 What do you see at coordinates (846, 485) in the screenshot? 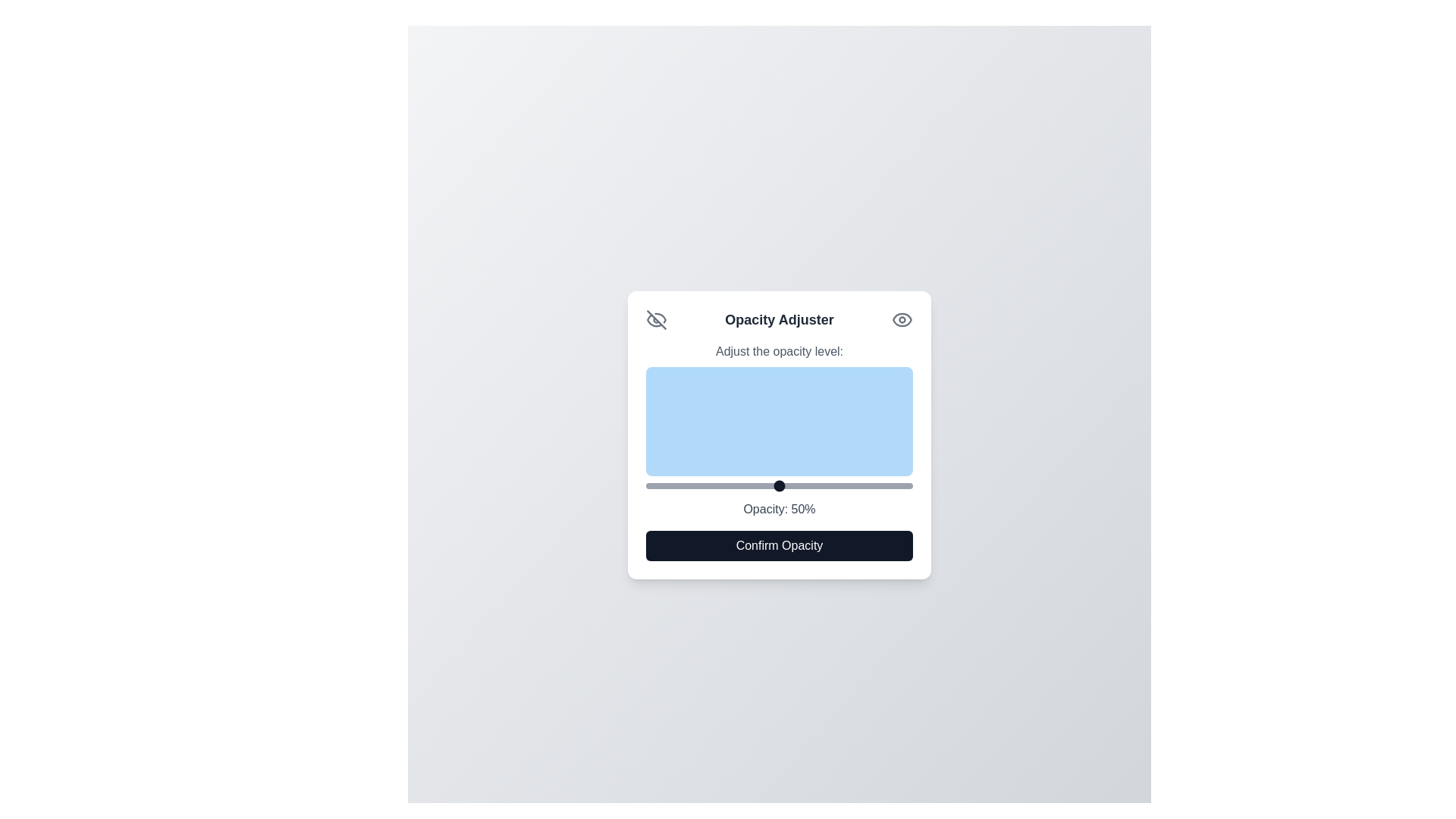
I see `the opacity slider to 75%` at bounding box center [846, 485].